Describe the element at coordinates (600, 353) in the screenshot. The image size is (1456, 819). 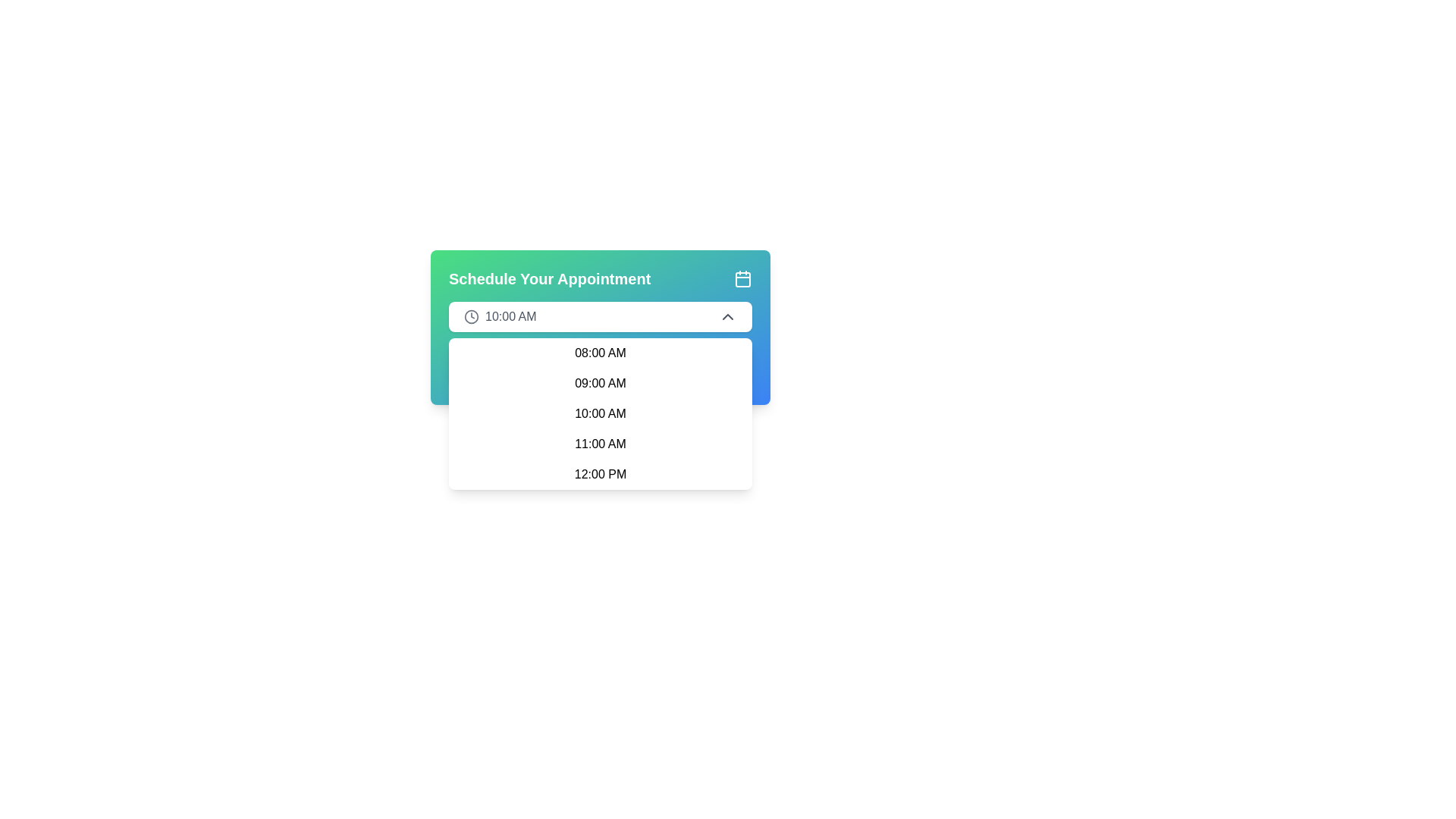
I see `the first list item option displaying '08:00 AM' in a dropdown menu to trigger hover effects` at that location.